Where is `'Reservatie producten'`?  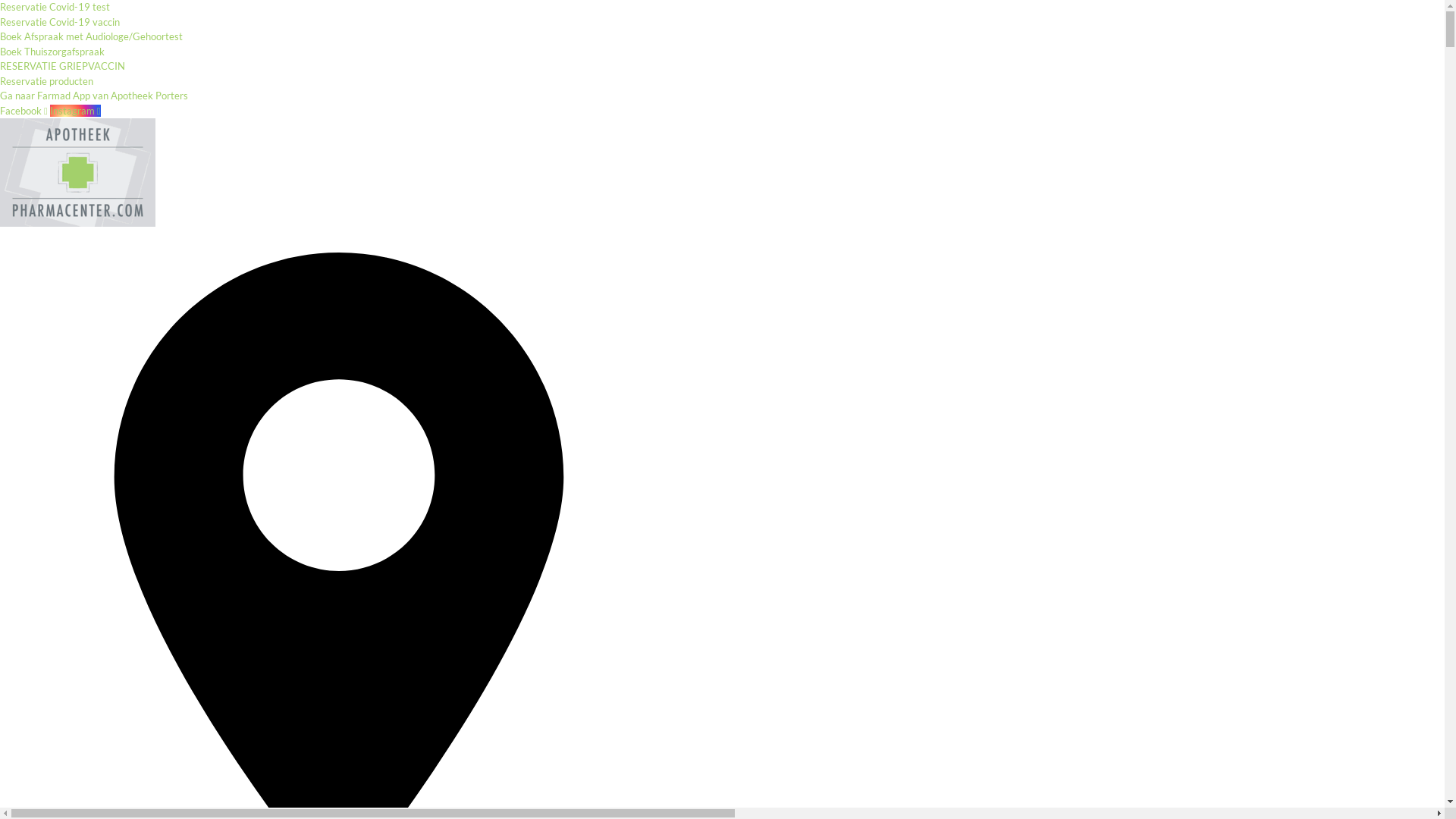 'Reservatie producten' is located at coordinates (46, 80).